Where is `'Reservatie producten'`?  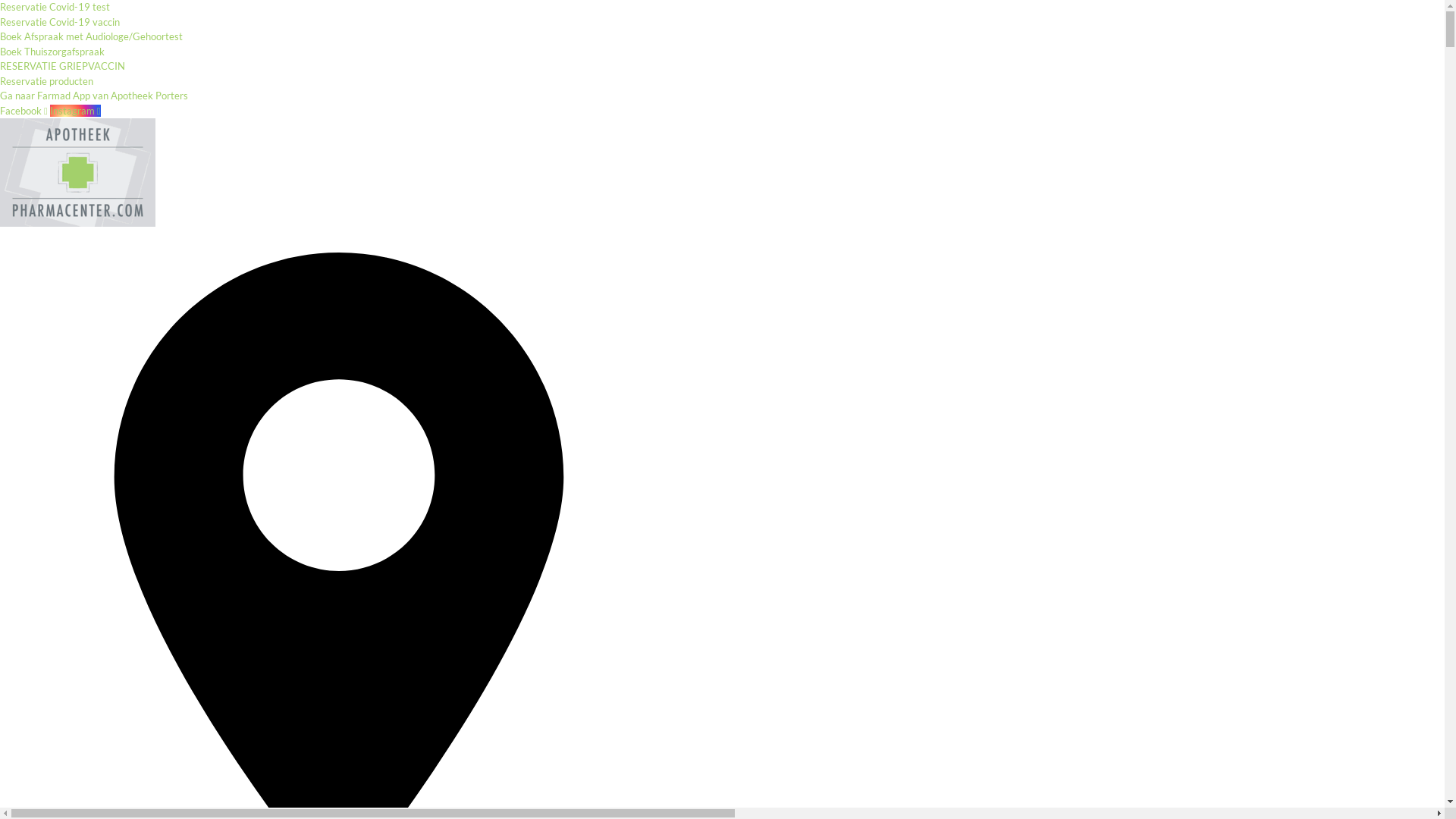 'Reservatie producten' is located at coordinates (46, 80).